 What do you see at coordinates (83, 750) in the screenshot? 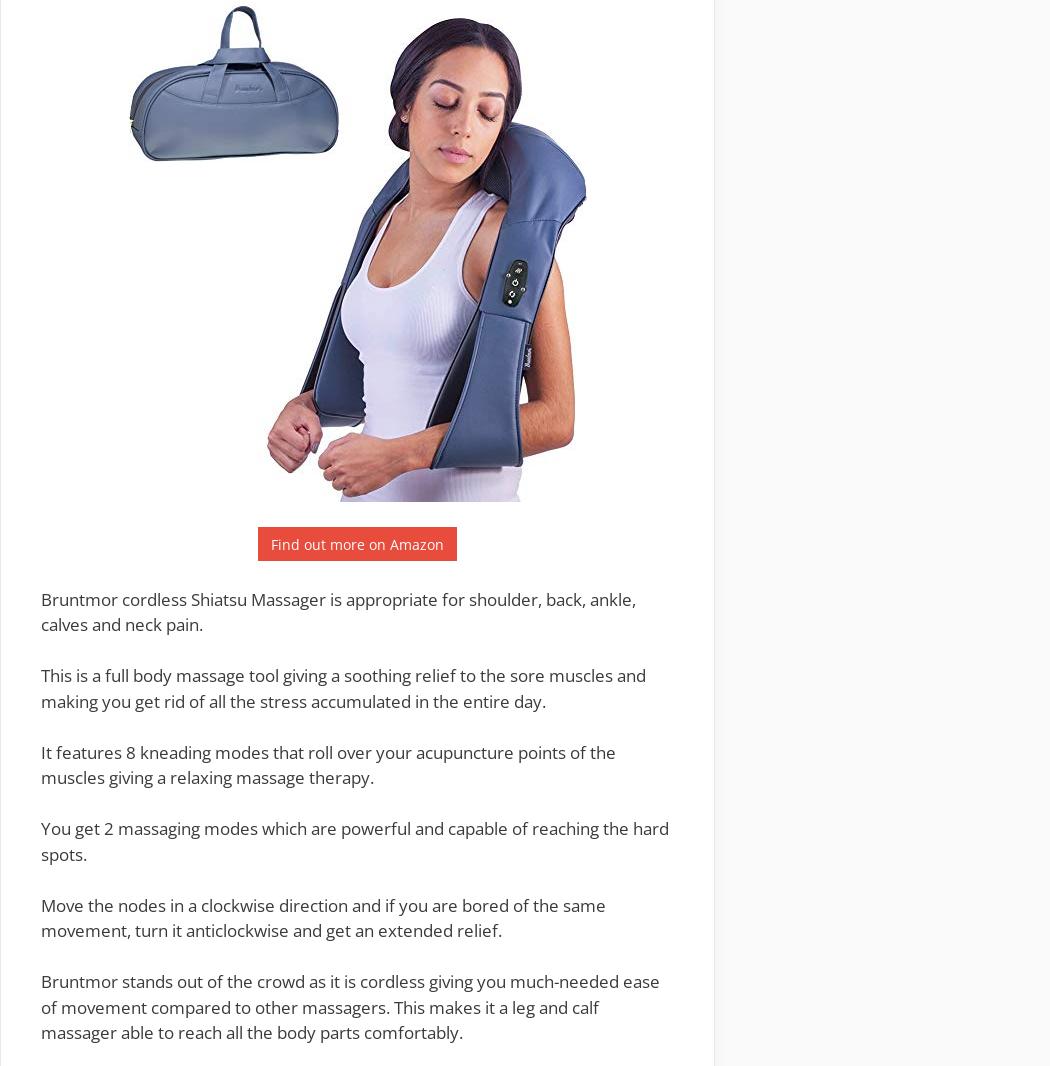
I see `'It features'` at bounding box center [83, 750].